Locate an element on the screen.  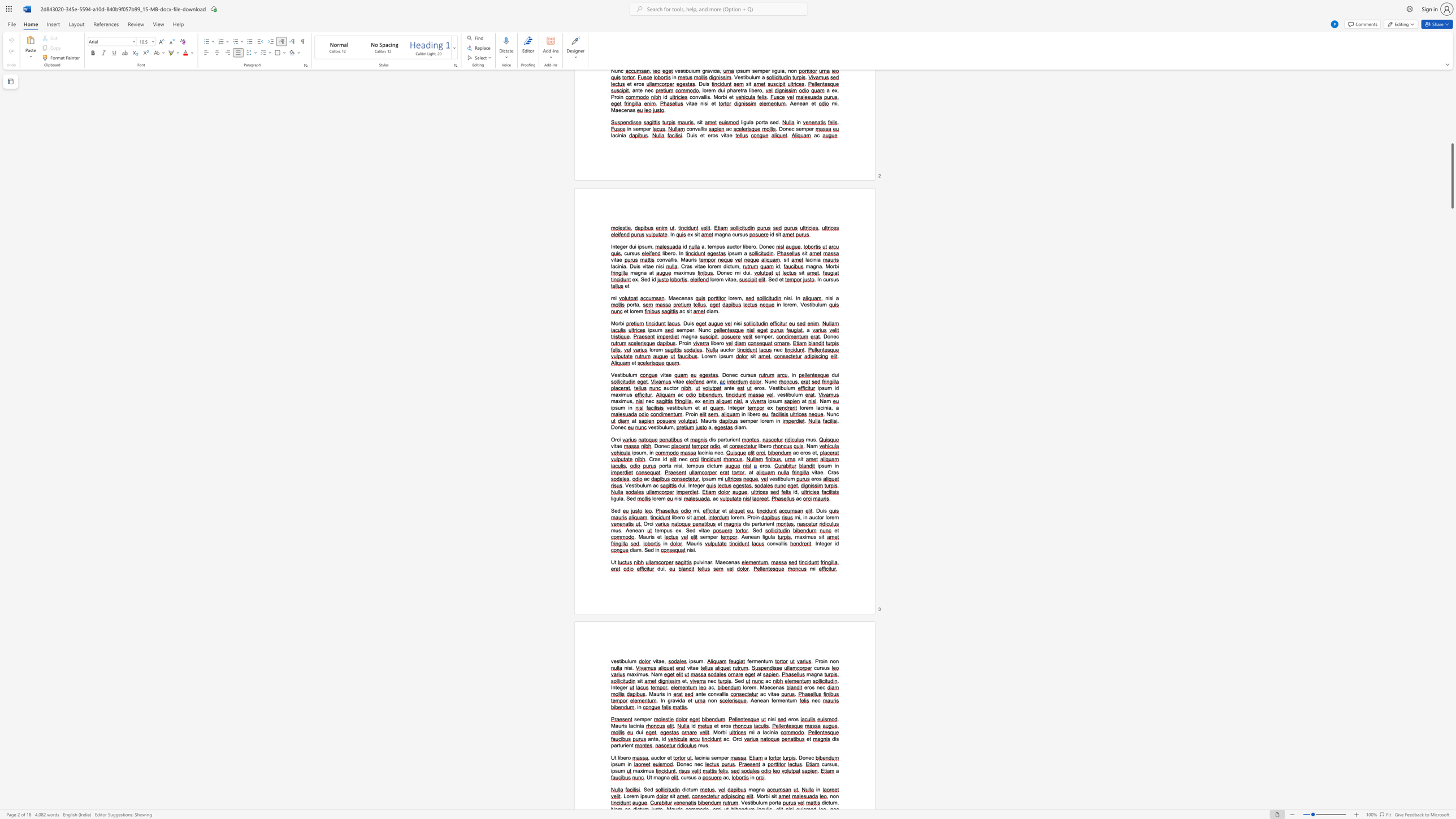
the space between the continuous character "i" and "n" in the text is located at coordinates (836, 465).